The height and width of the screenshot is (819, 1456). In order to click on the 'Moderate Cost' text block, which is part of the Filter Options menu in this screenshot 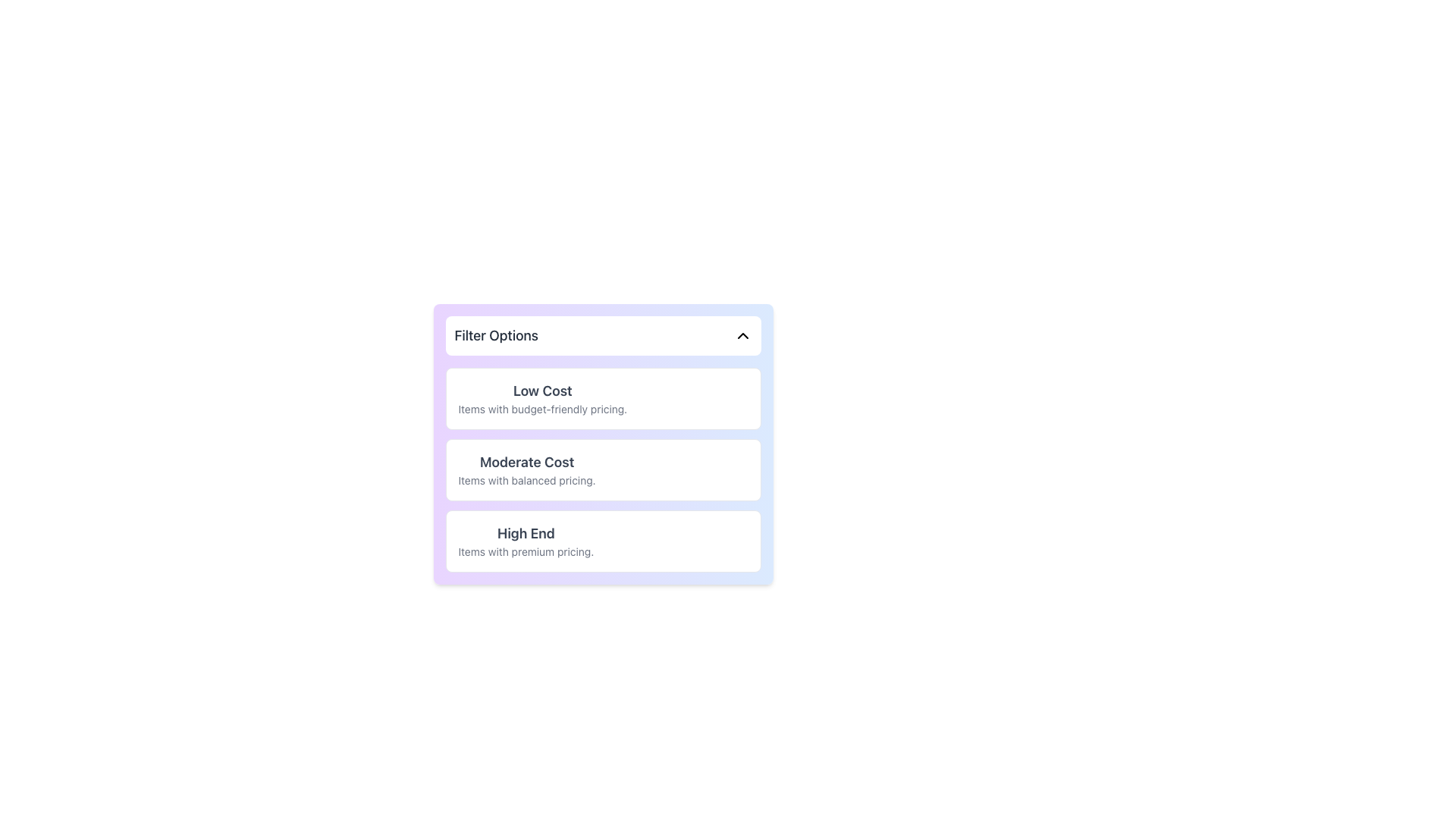, I will do `click(527, 469)`.